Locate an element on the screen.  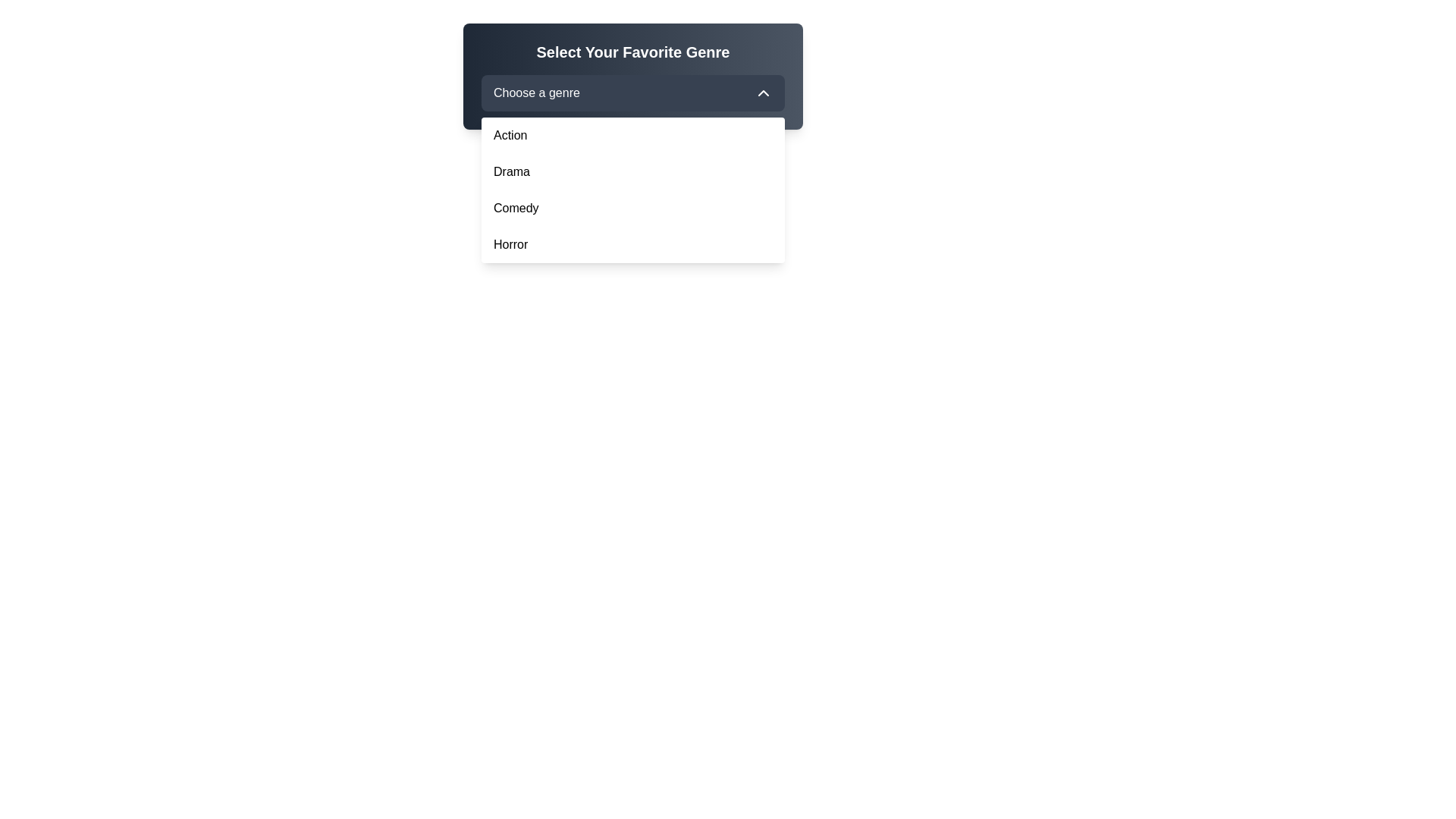
the 'Action' dropdown menu item, which is the first item in the dropdown menu below the 'Choose a genre' input is located at coordinates (510, 134).